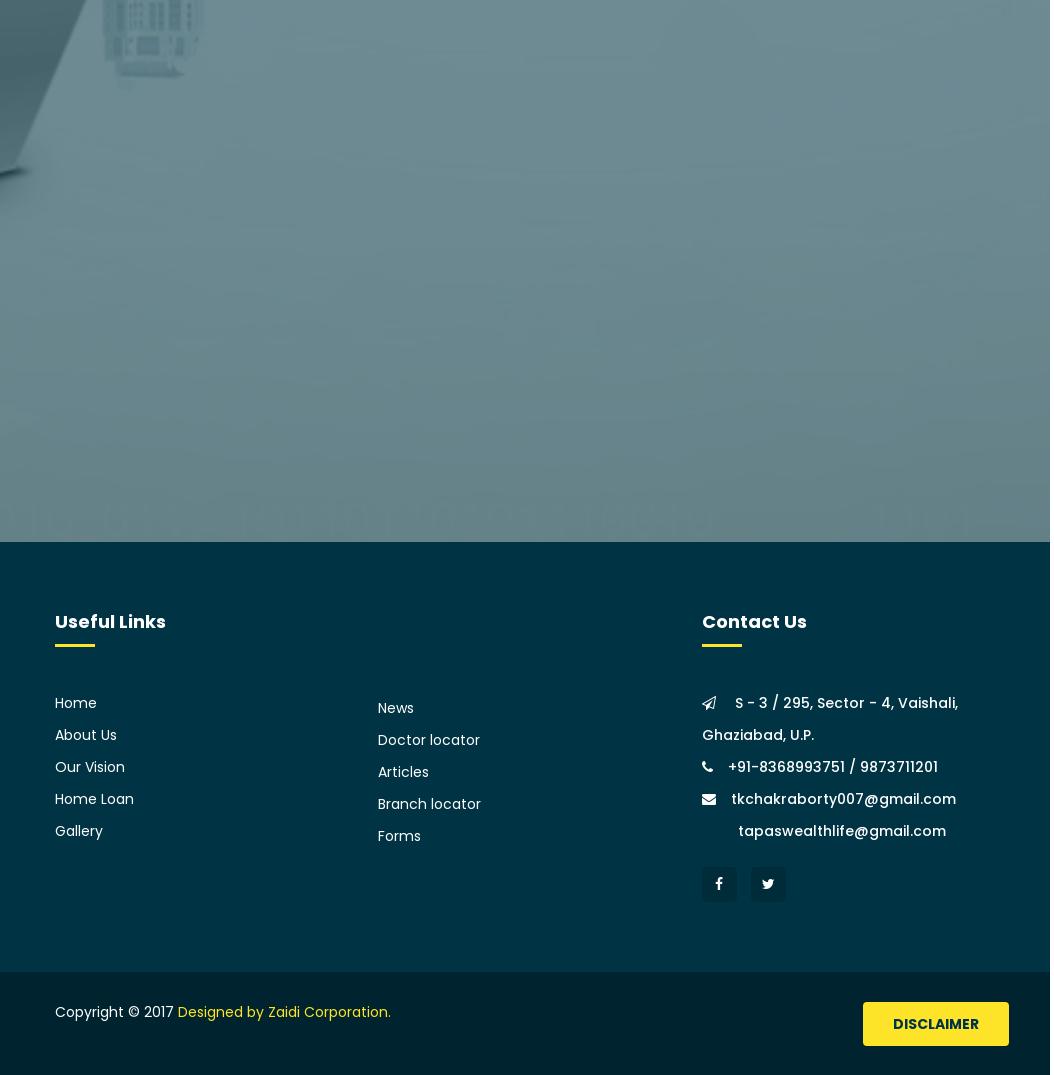 This screenshot has height=1075, width=1054. What do you see at coordinates (54, 734) in the screenshot?
I see `'About Us'` at bounding box center [54, 734].